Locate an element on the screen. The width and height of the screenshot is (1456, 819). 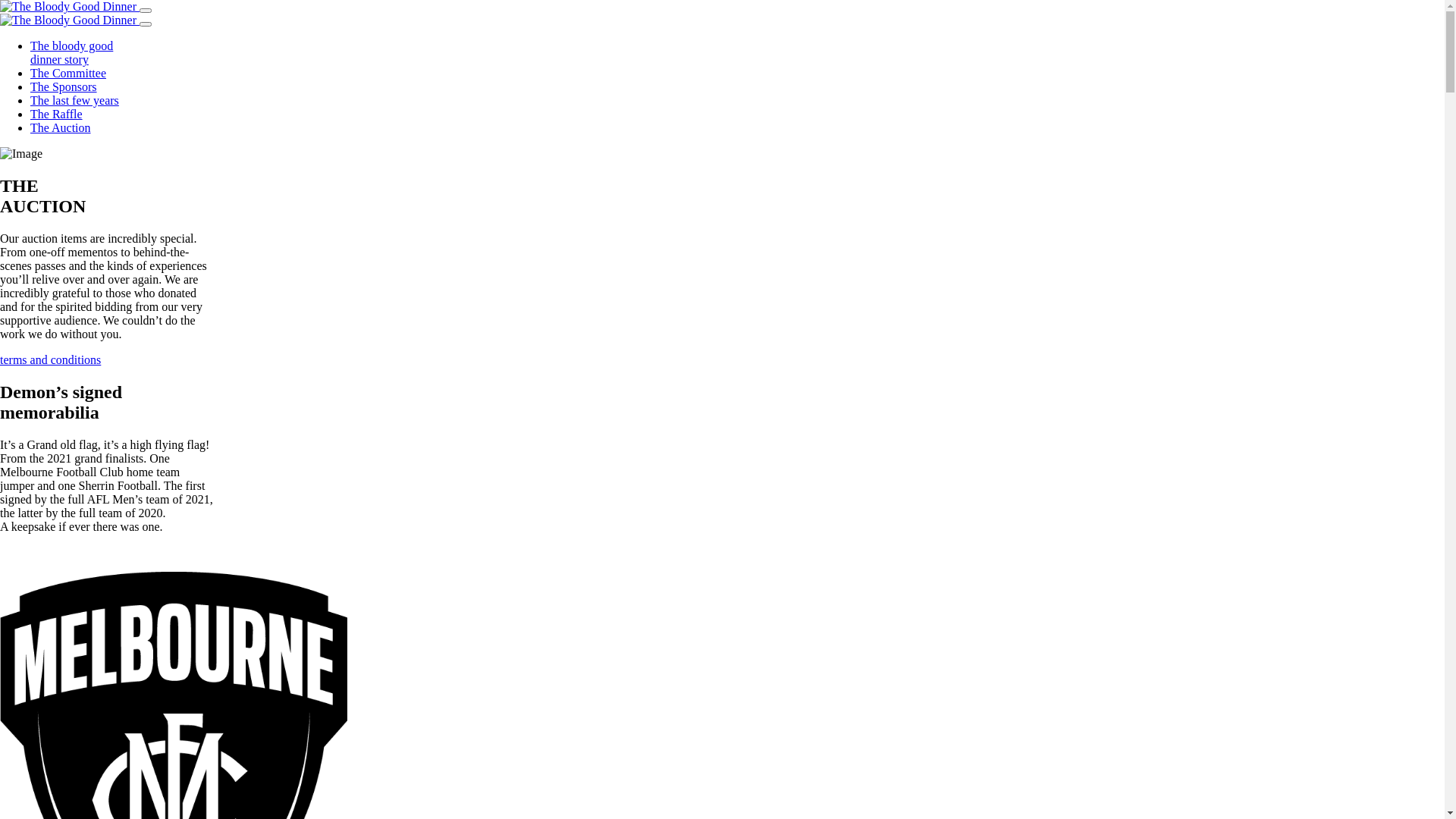
'The bloody good is located at coordinates (71, 52).